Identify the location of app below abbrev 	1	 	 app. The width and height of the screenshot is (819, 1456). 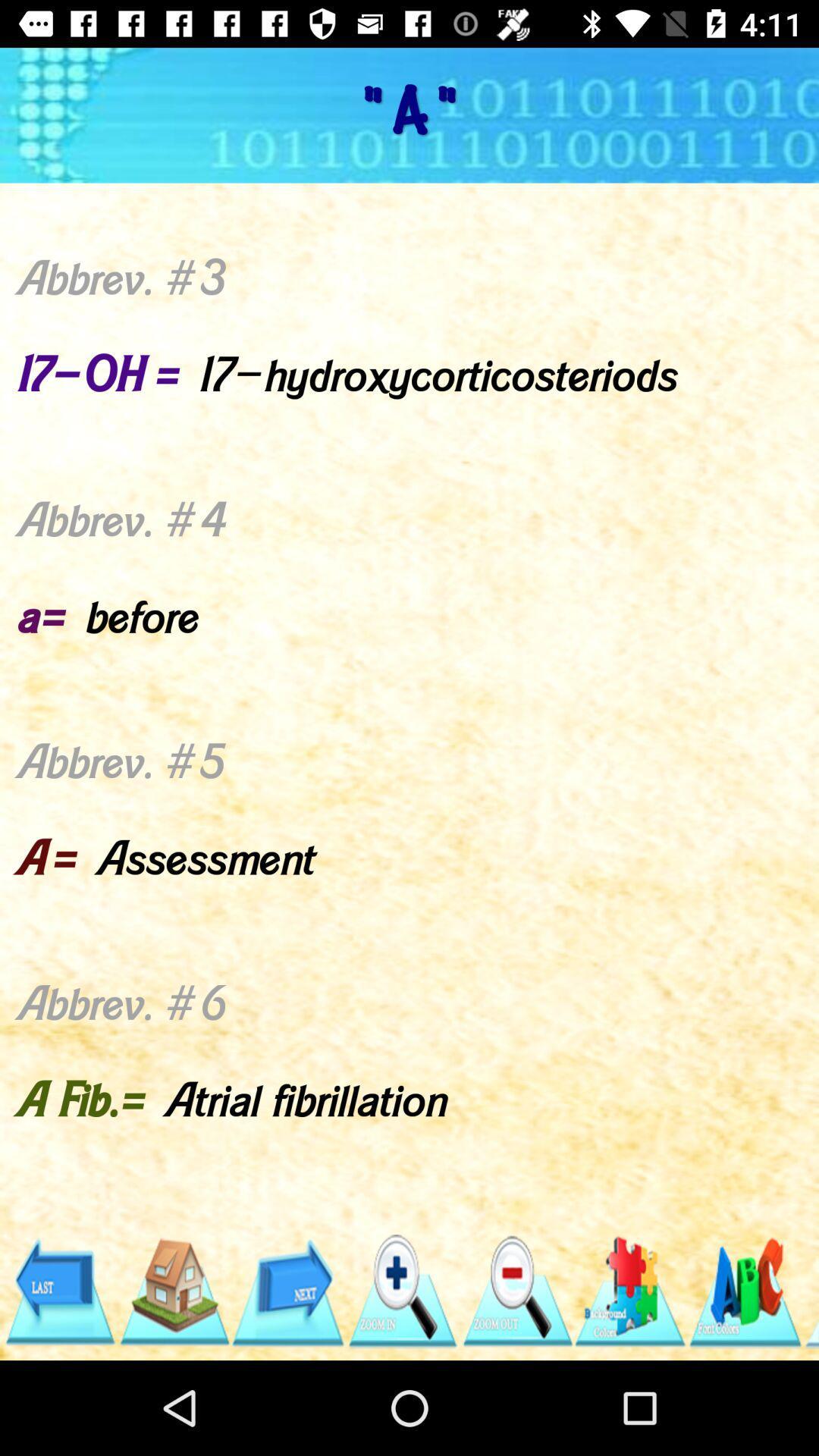
(631, 1291).